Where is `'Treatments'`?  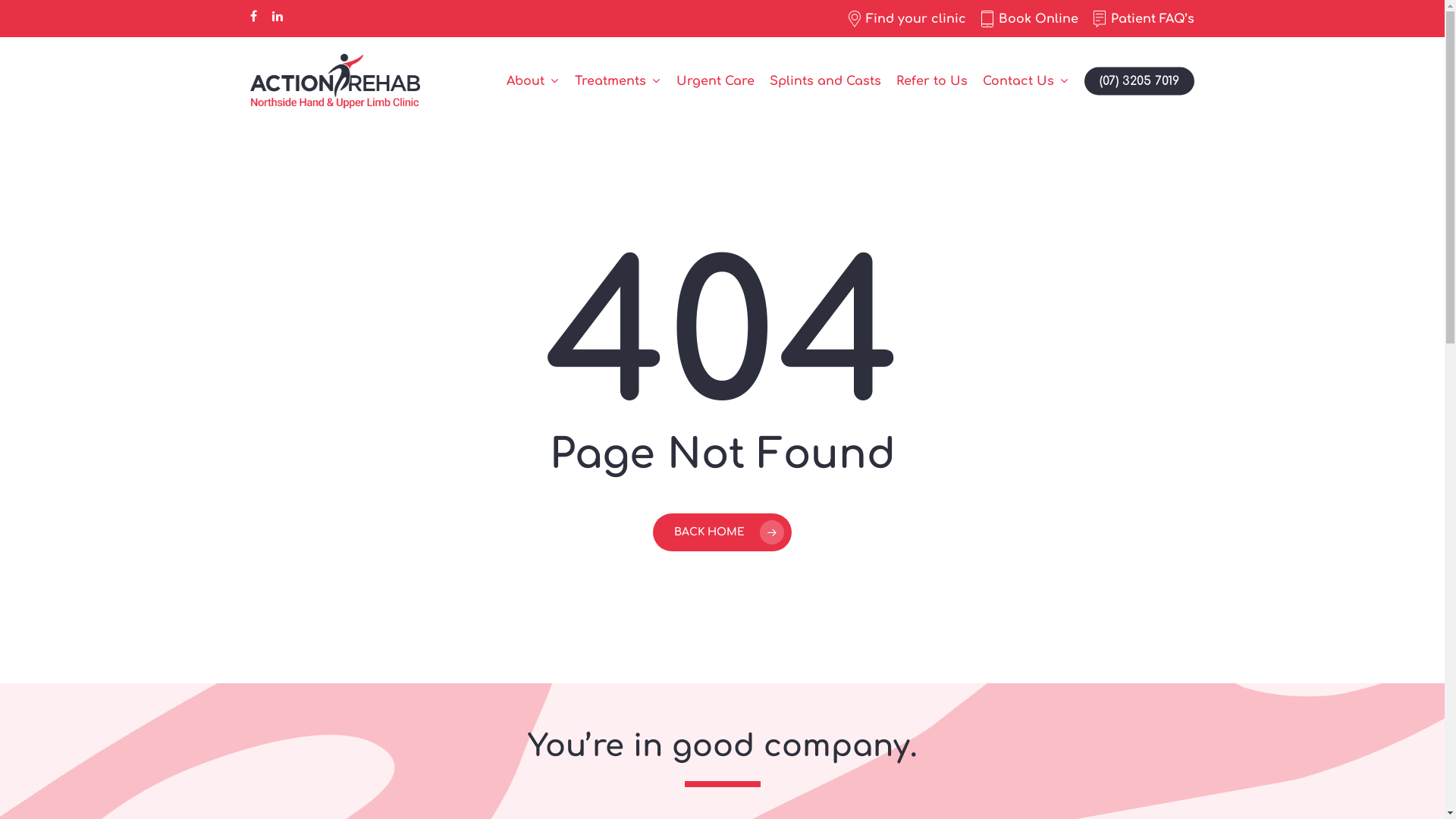
'Treatments' is located at coordinates (618, 81).